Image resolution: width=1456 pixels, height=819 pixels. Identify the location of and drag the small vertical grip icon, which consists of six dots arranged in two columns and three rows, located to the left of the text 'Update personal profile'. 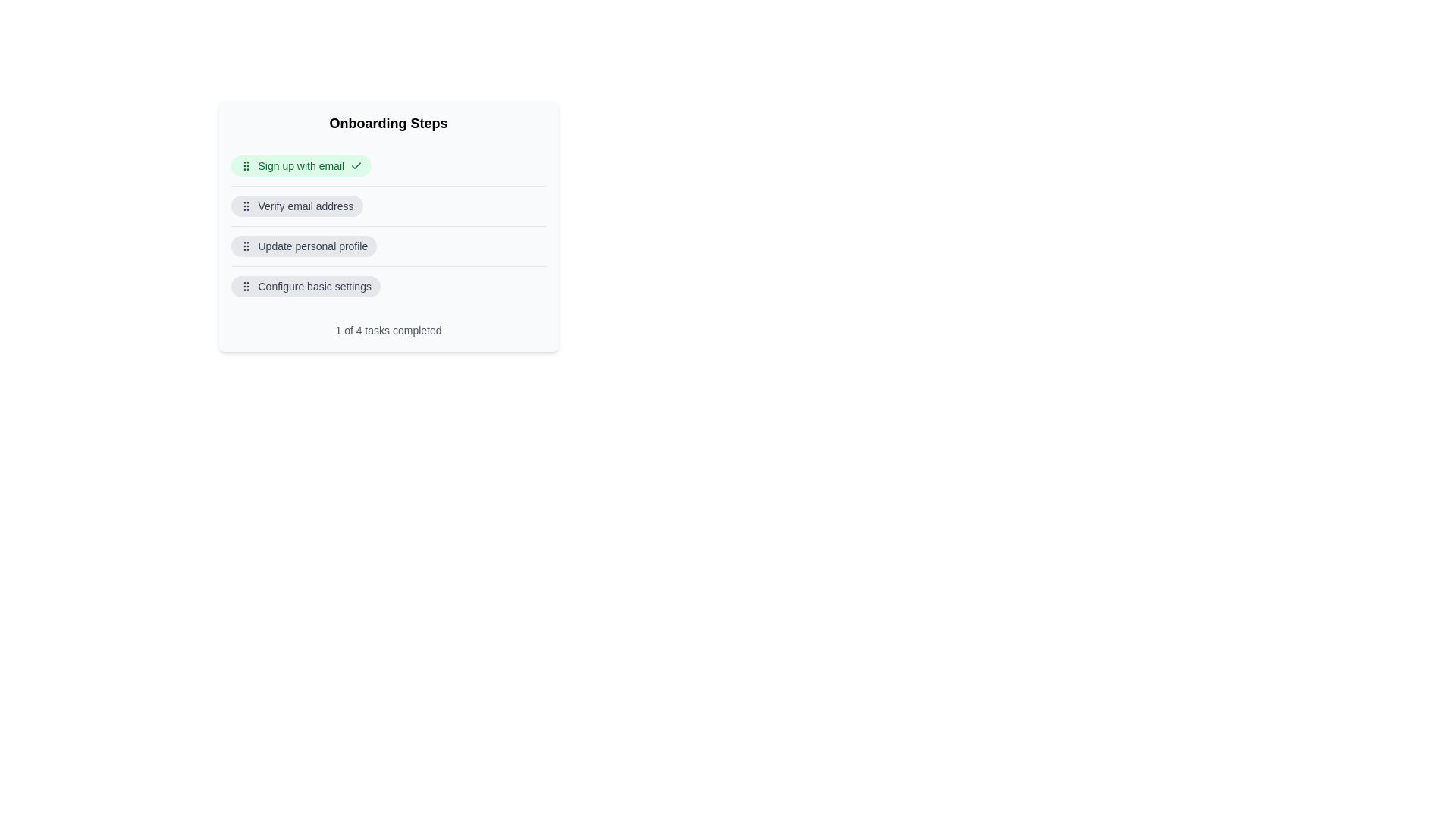
(246, 245).